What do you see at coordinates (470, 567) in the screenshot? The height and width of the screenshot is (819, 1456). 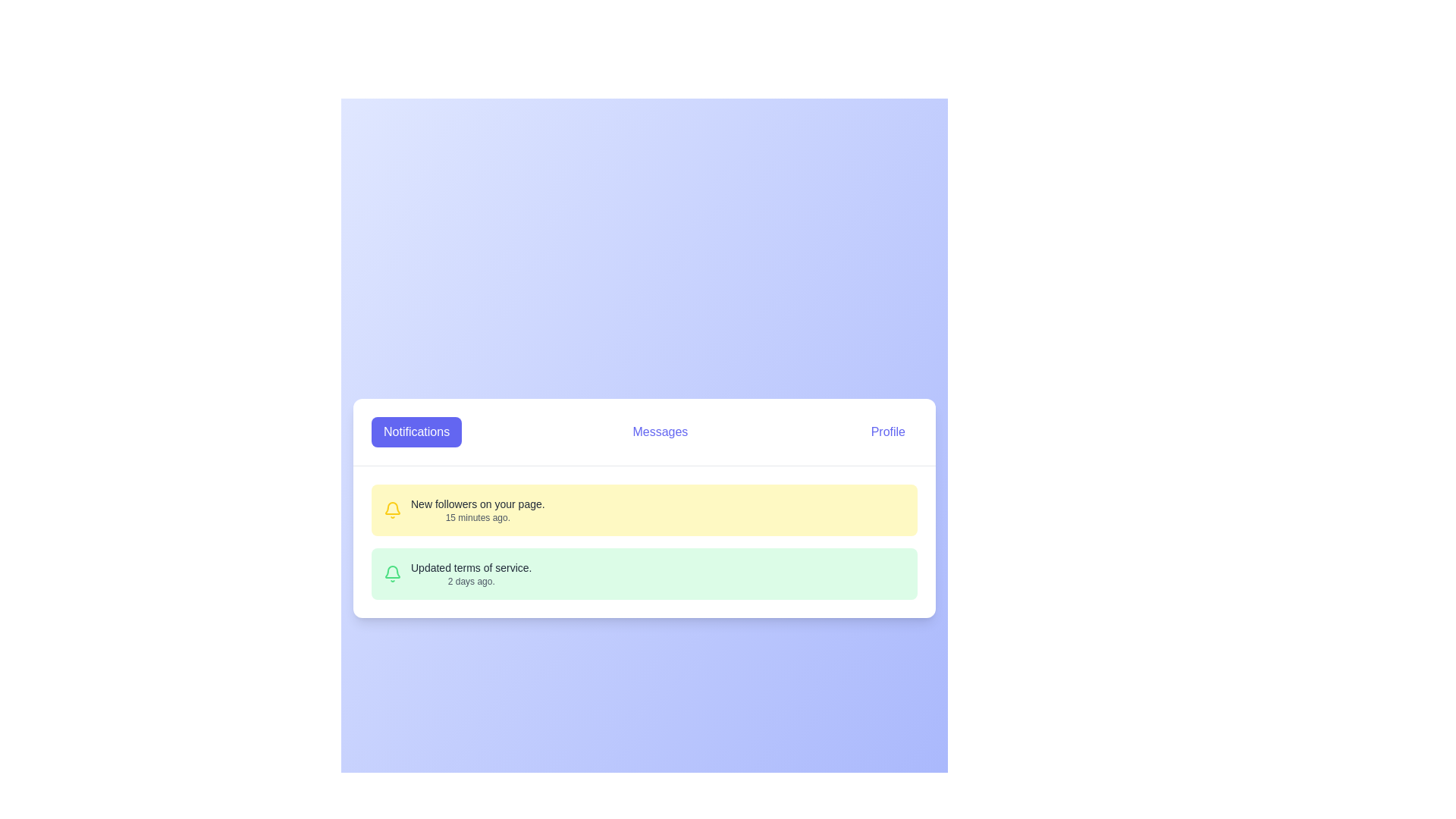 I see `text from the notification header located in the center portion of the interface, which is the first line of text within a green-colored notification card` at bounding box center [470, 567].